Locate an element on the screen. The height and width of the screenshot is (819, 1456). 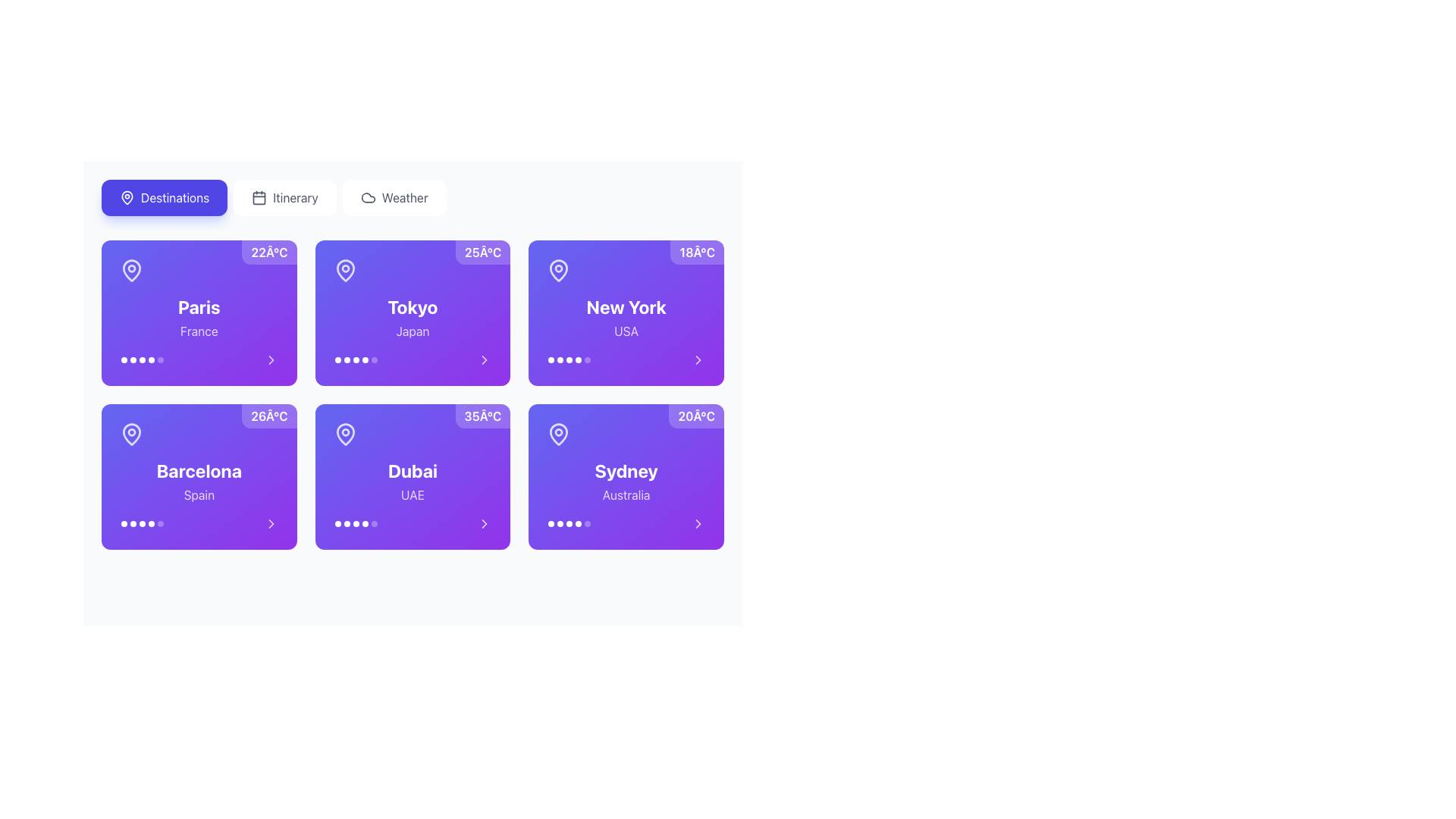
the Chevron-right icon located in the bottom-right corner of the 'Tokyo' card is located at coordinates (484, 359).